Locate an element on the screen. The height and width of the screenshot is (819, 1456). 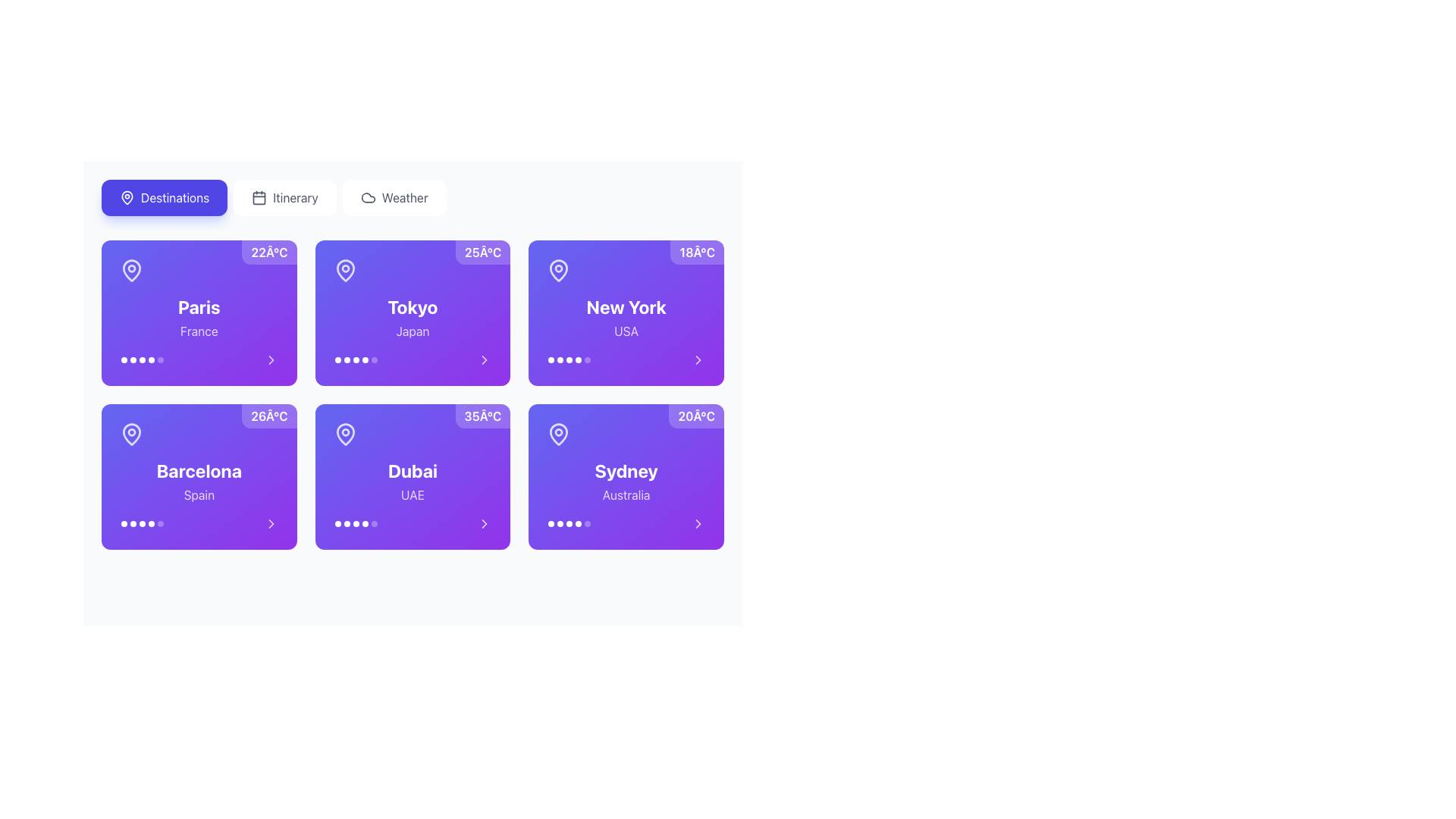
the Chevron-right icon located in the bottom-right corner of the 'Tokyo' card is located at coordinates (484, 359).